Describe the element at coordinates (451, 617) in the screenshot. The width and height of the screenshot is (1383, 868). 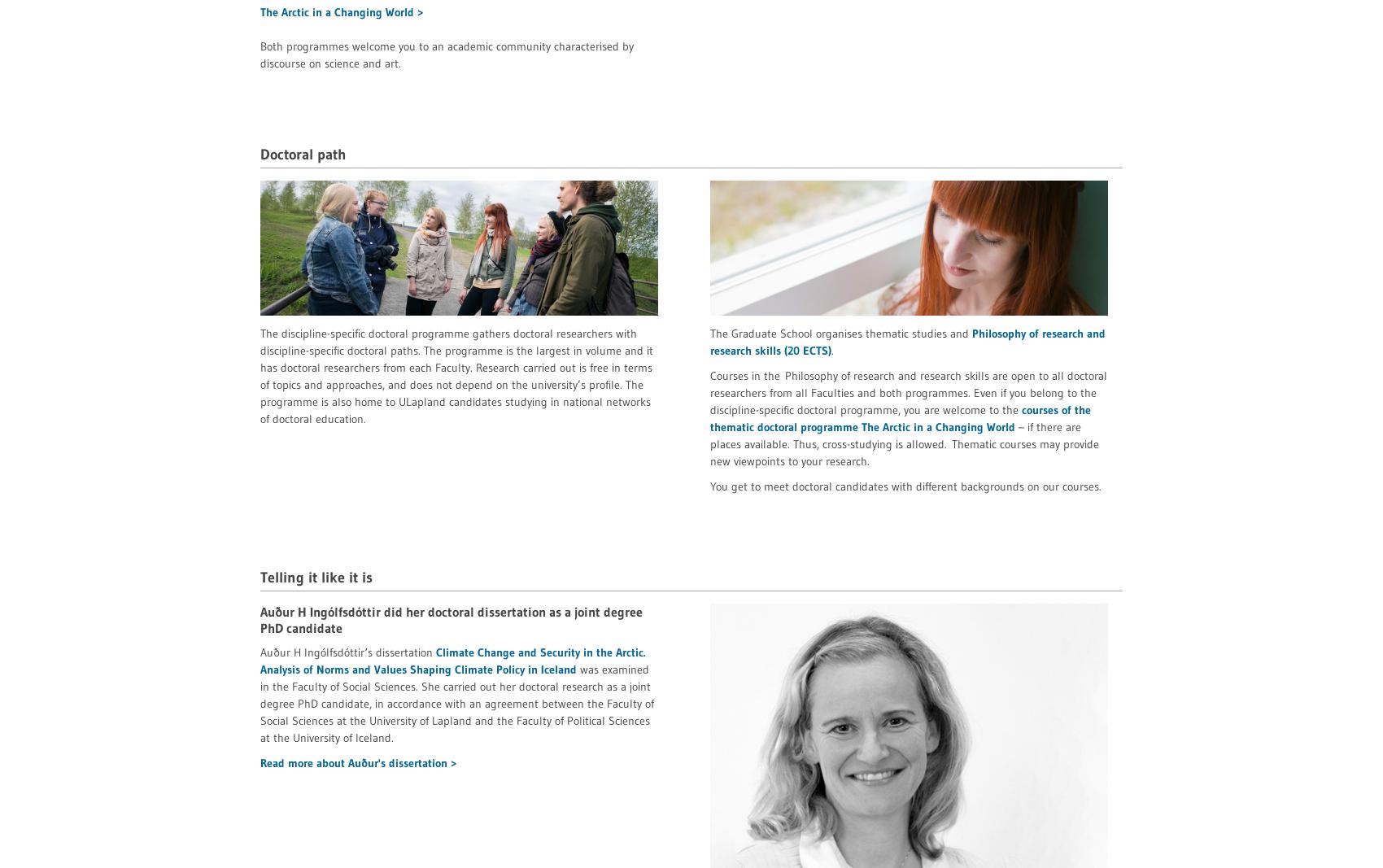
I see `'Auður H Ingólfsdóttir did her doctoral dissertation as a joint degree PhD candidate'` at that location.